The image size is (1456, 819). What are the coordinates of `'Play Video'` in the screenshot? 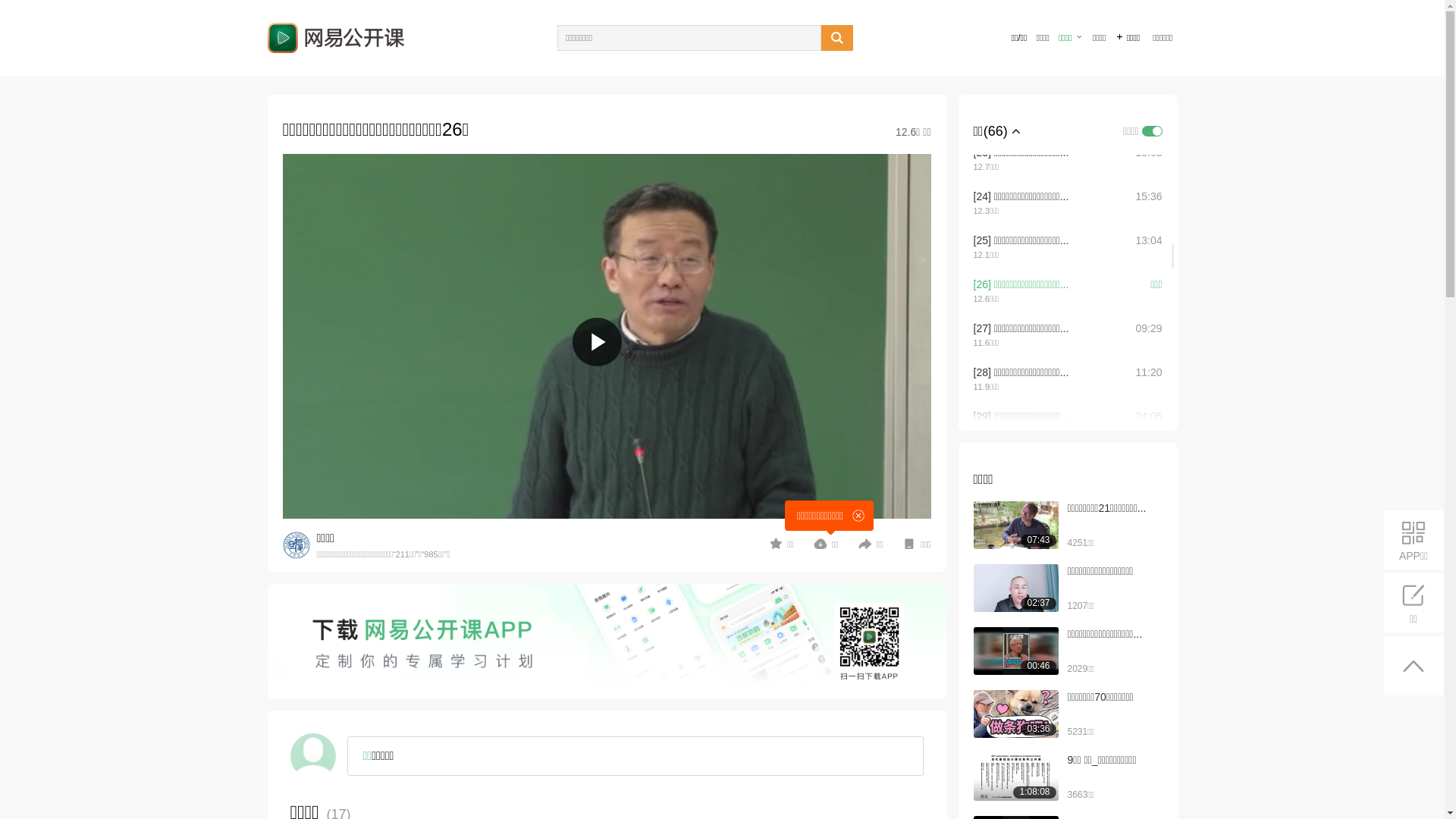 It's located at (596, 342).